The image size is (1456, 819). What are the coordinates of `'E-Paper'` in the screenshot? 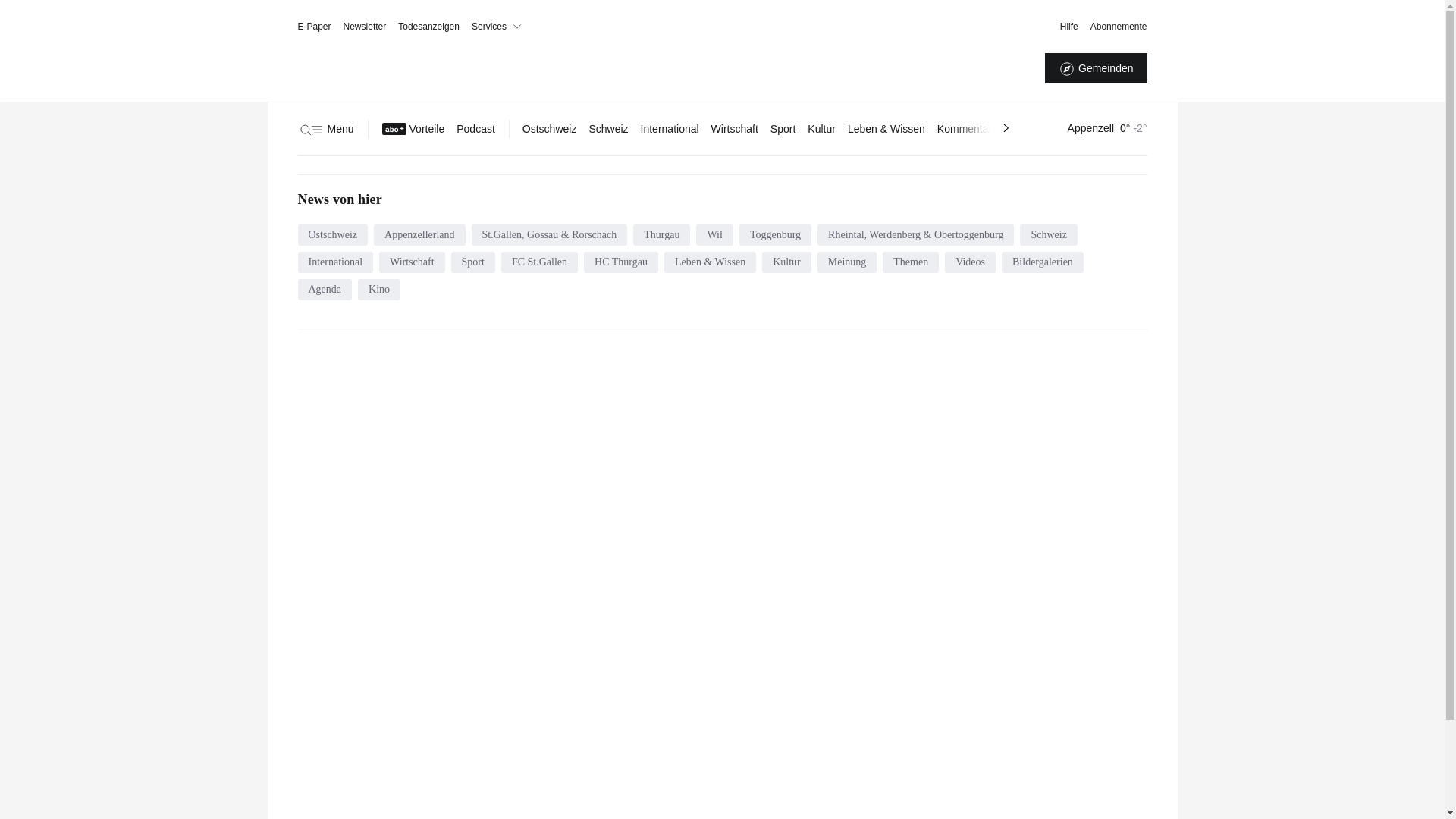 It's located at (297, 26).